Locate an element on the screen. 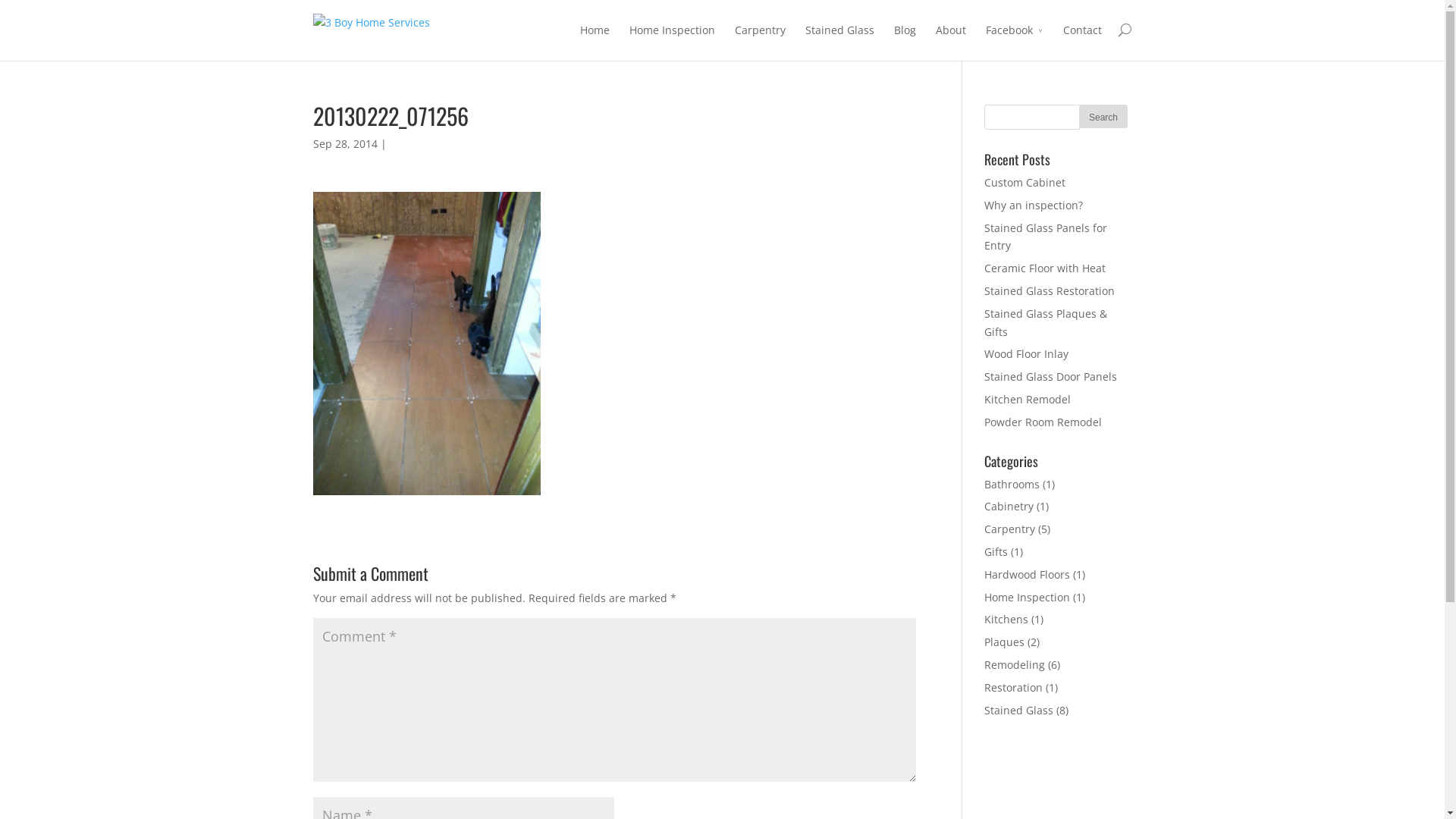 The image size is (1456, 819). 'Hardwood Floors' is located at coordinates (1027, 574).